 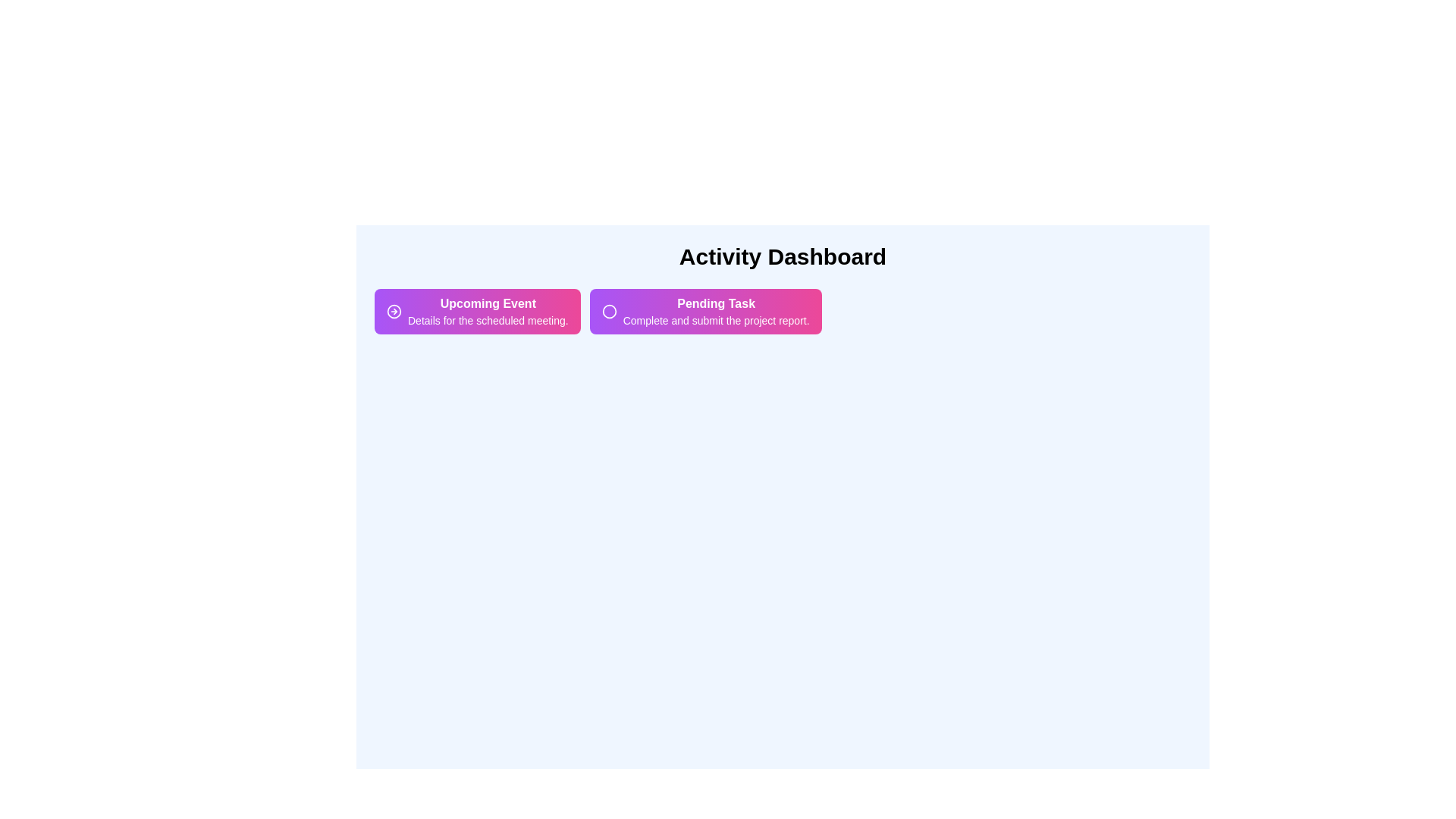 What do you see at coordinates (704, 311) in the screenshot?
I see `the activity chip labeled Pending Task` at bounding box center [704, 311].